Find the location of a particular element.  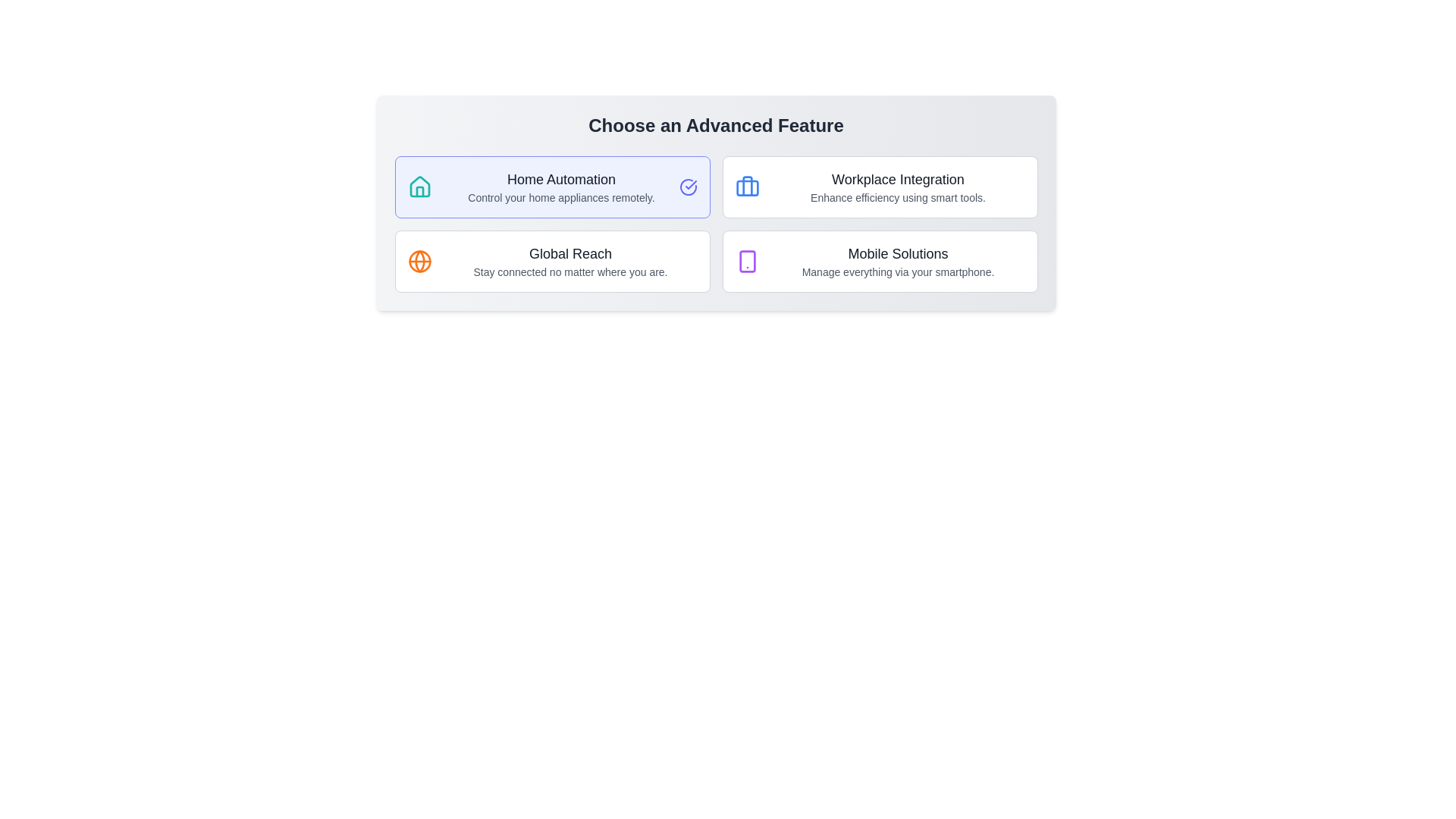

the 'Home Automation' selectable card-like button option located at the top-left side of the grid layout is located at coordinates (551, 186).